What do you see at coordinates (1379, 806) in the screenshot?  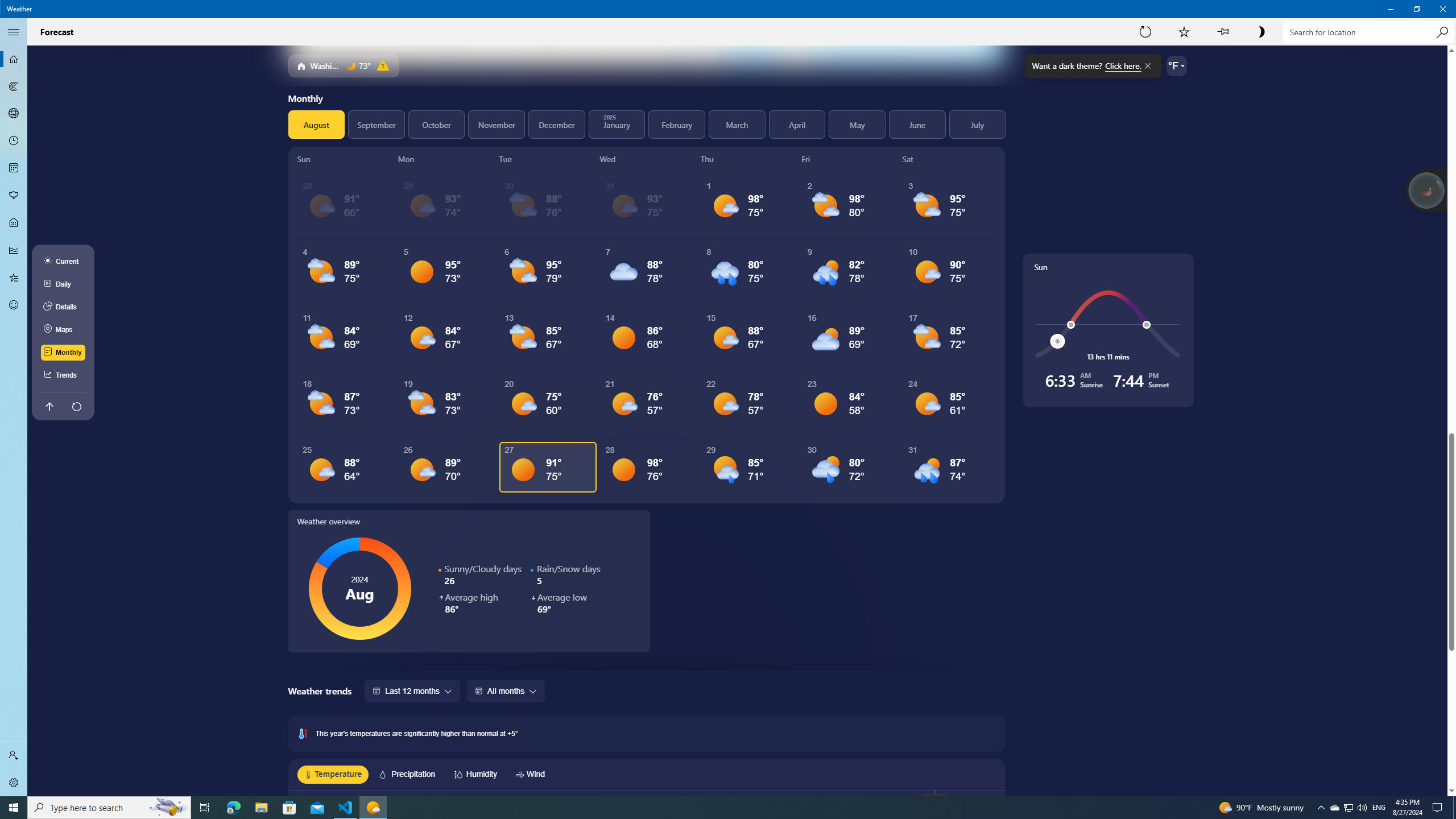 I see `'Tray Input Indicator - English (United States)'` at bounding box center [1379, 806].